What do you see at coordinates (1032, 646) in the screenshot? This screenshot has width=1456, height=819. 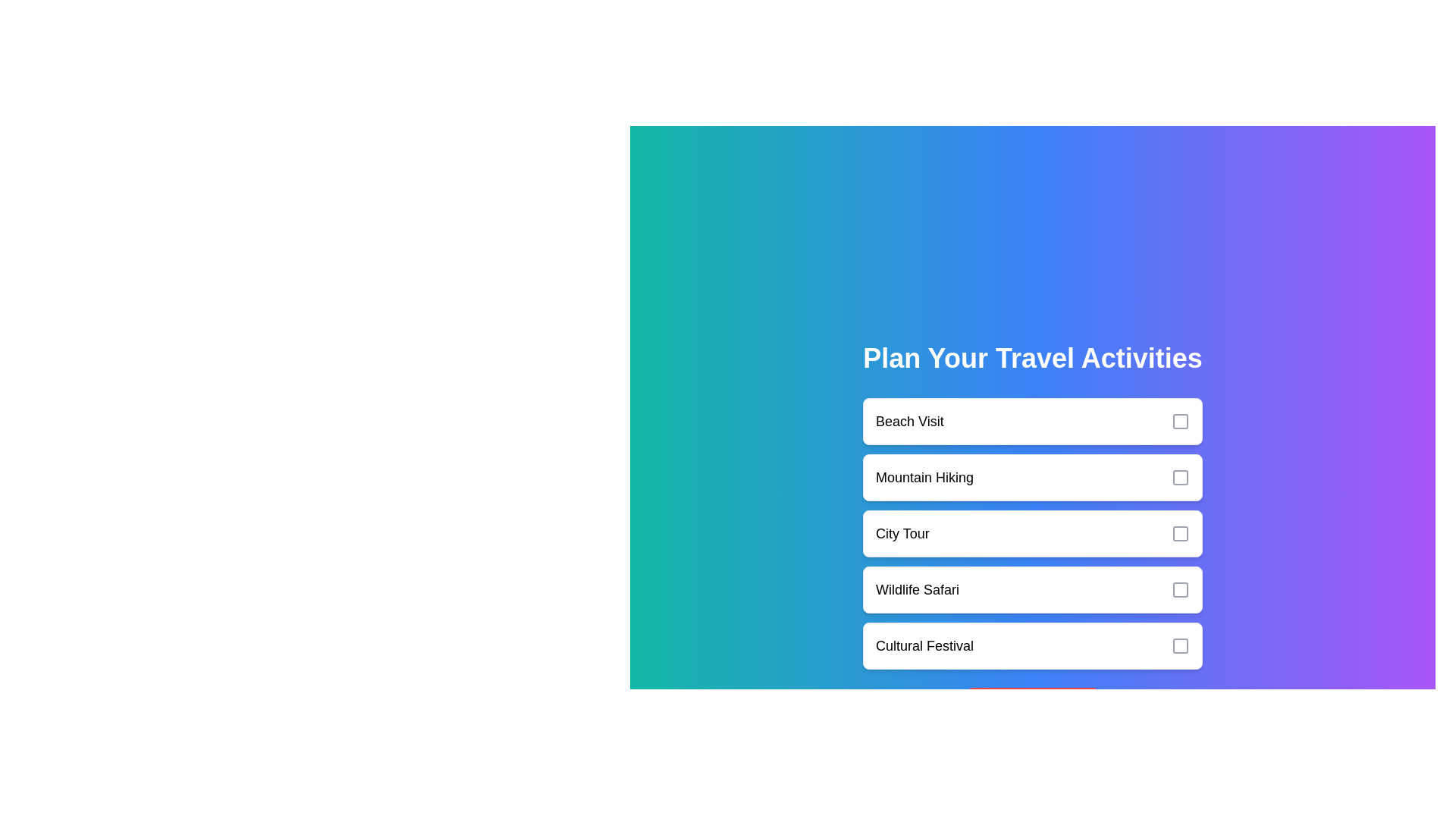 I see `the activity Cultural Festival to observe the hover effect` at bounding box center [1032, 646].